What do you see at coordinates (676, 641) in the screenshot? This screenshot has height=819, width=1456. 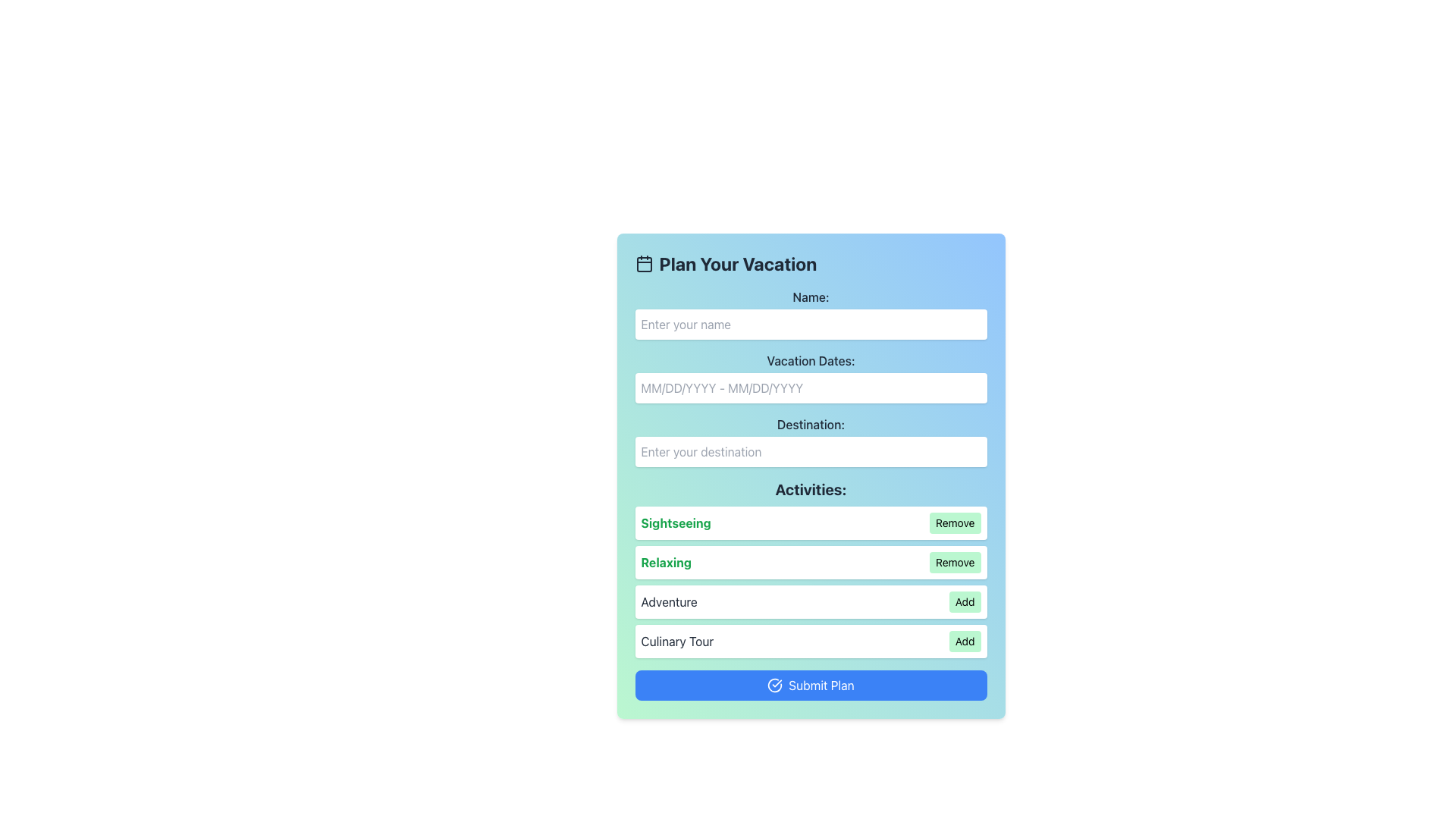 I see `the text component displaying 'Culinary Tour' in dark gray font located in the lower section of the form under the 'Activities' category` at bounding box center [676, 641].